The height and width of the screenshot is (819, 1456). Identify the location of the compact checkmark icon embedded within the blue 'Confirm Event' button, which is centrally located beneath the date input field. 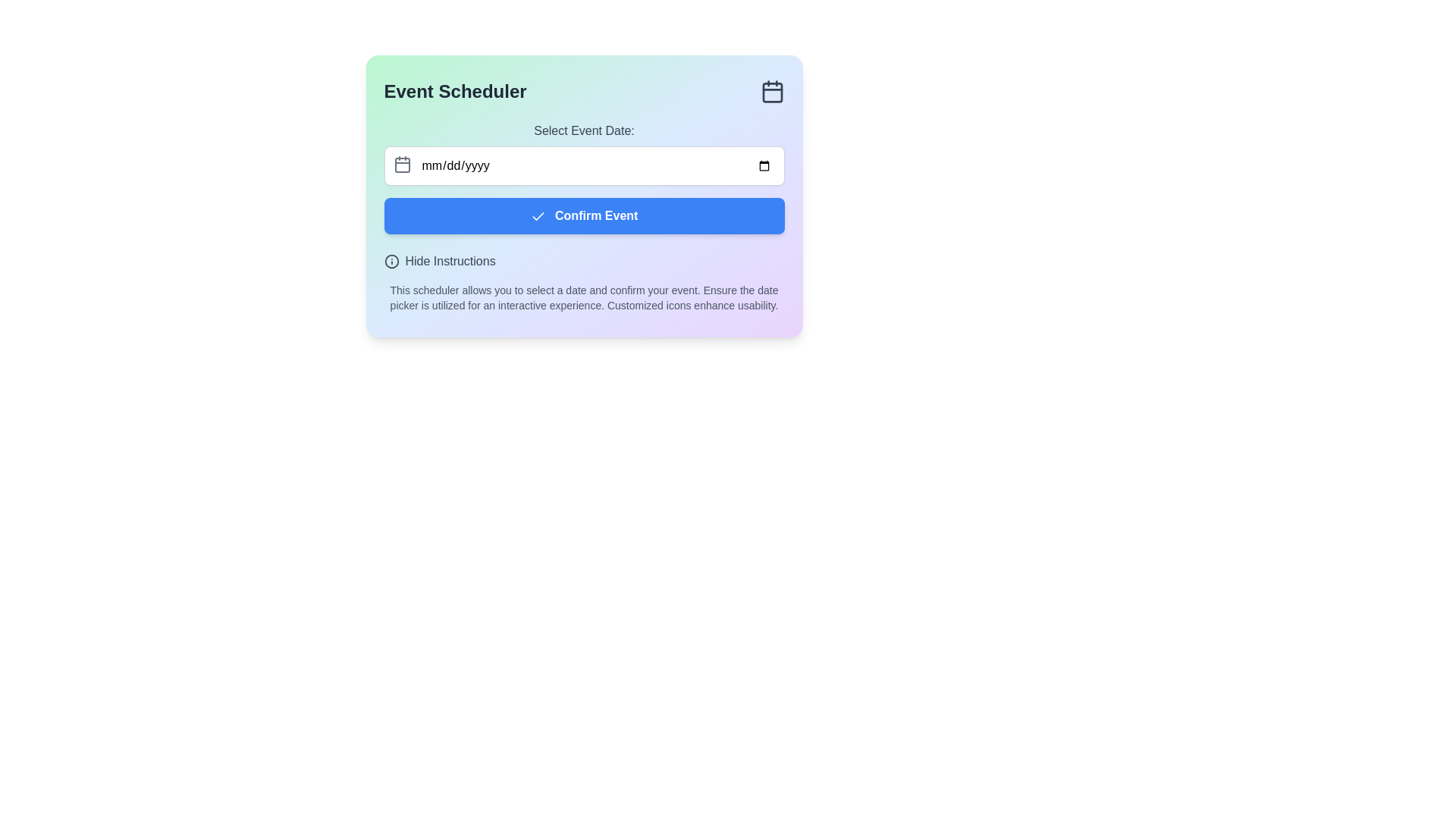
(538, 216).